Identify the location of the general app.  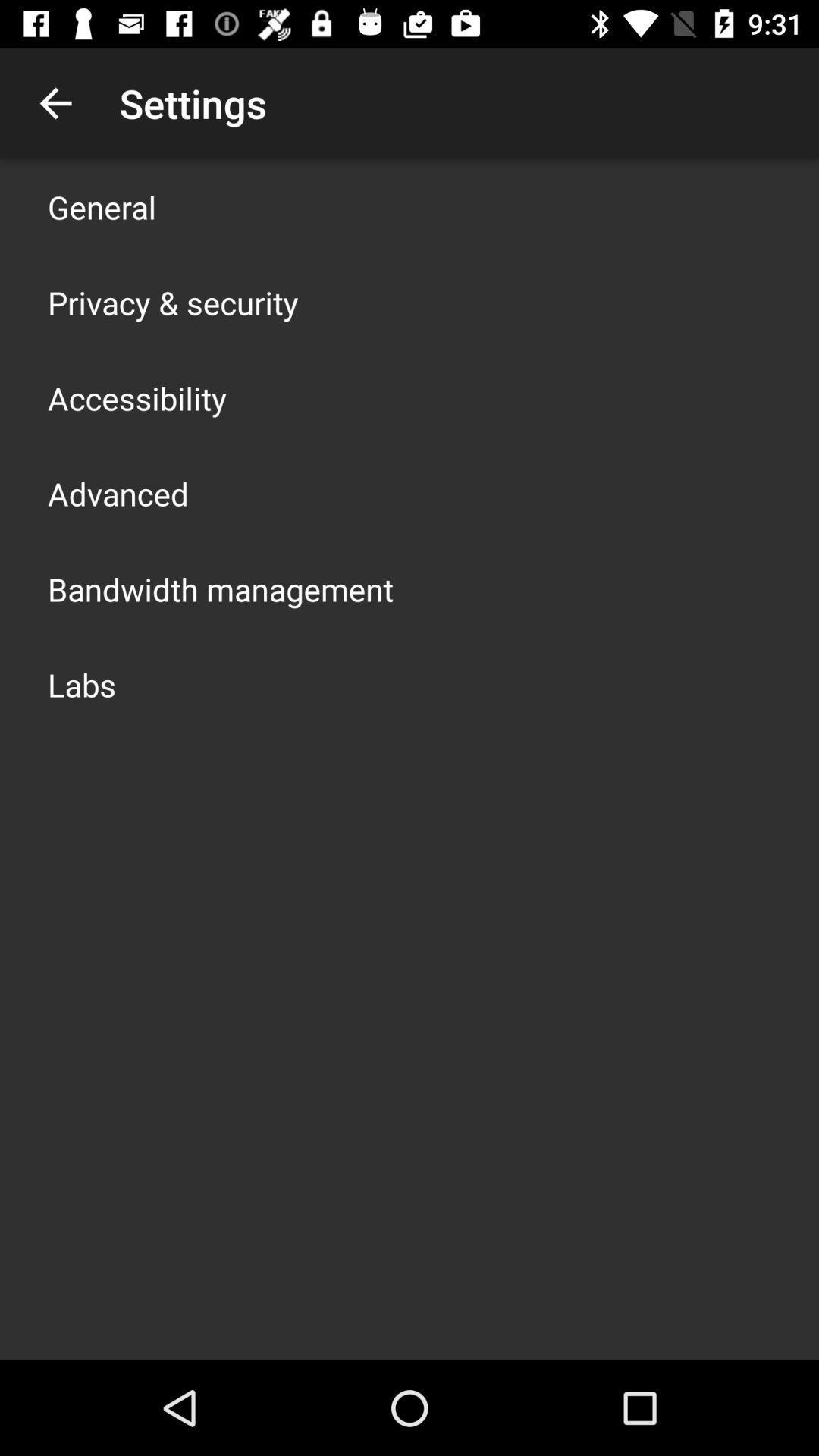
(102, 206).